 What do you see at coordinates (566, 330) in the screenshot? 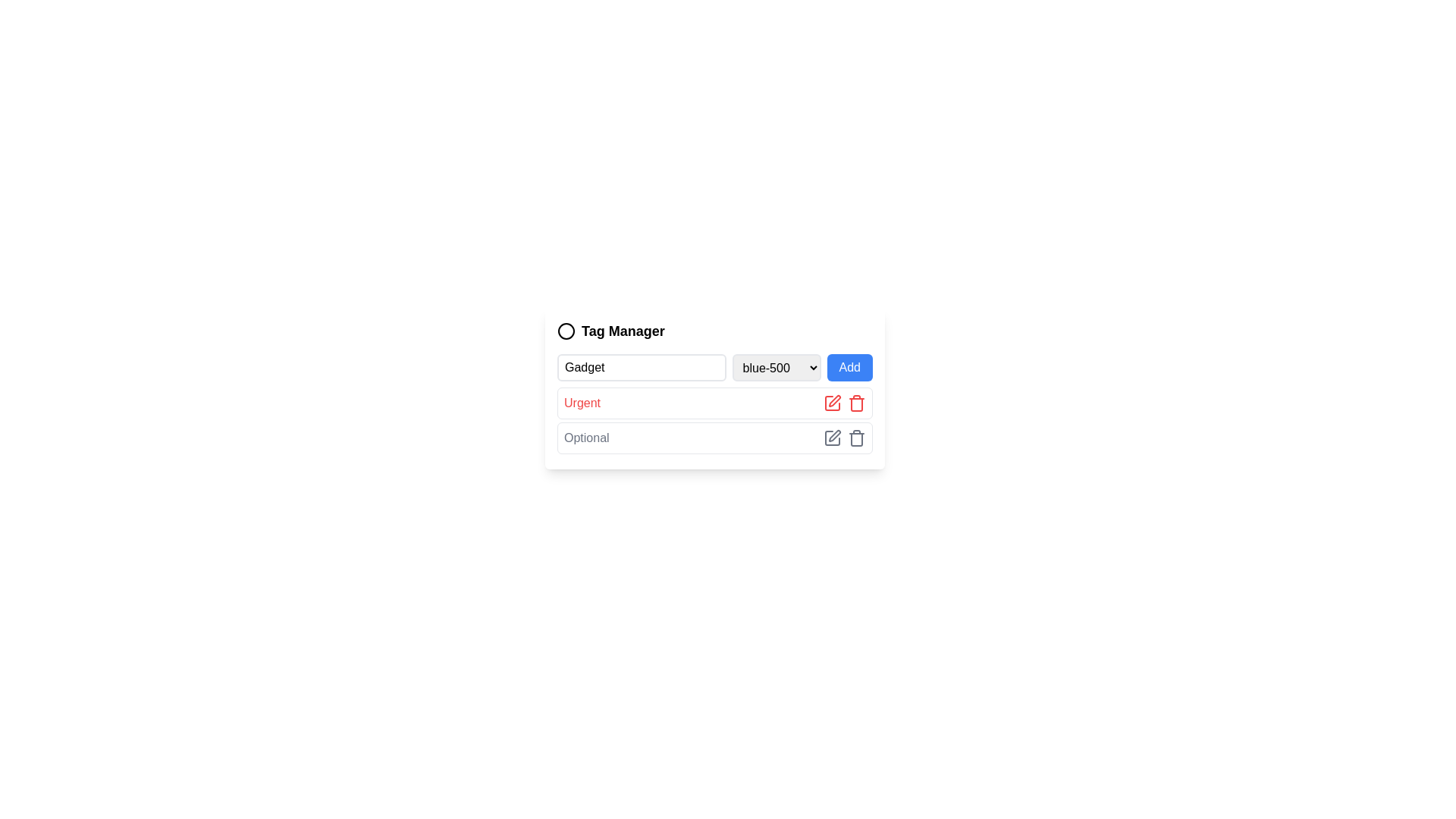
I see `the circular SVG graphical element located on the left-hand side of the 'Tag Manager' title in the user interface` at bounding box center [566, 330].